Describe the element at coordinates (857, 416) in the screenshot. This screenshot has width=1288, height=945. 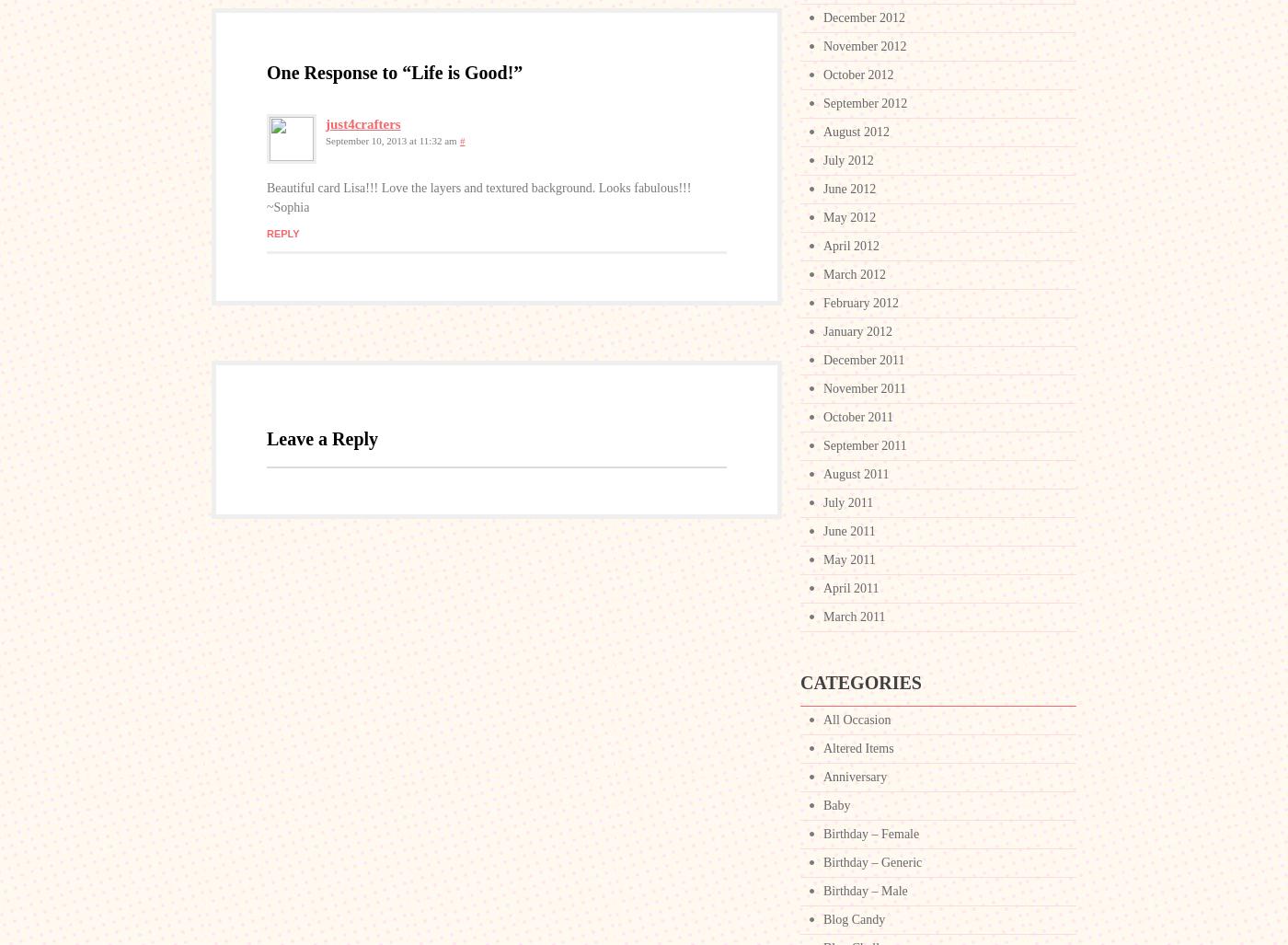
I see `'October 2011'` at that location.